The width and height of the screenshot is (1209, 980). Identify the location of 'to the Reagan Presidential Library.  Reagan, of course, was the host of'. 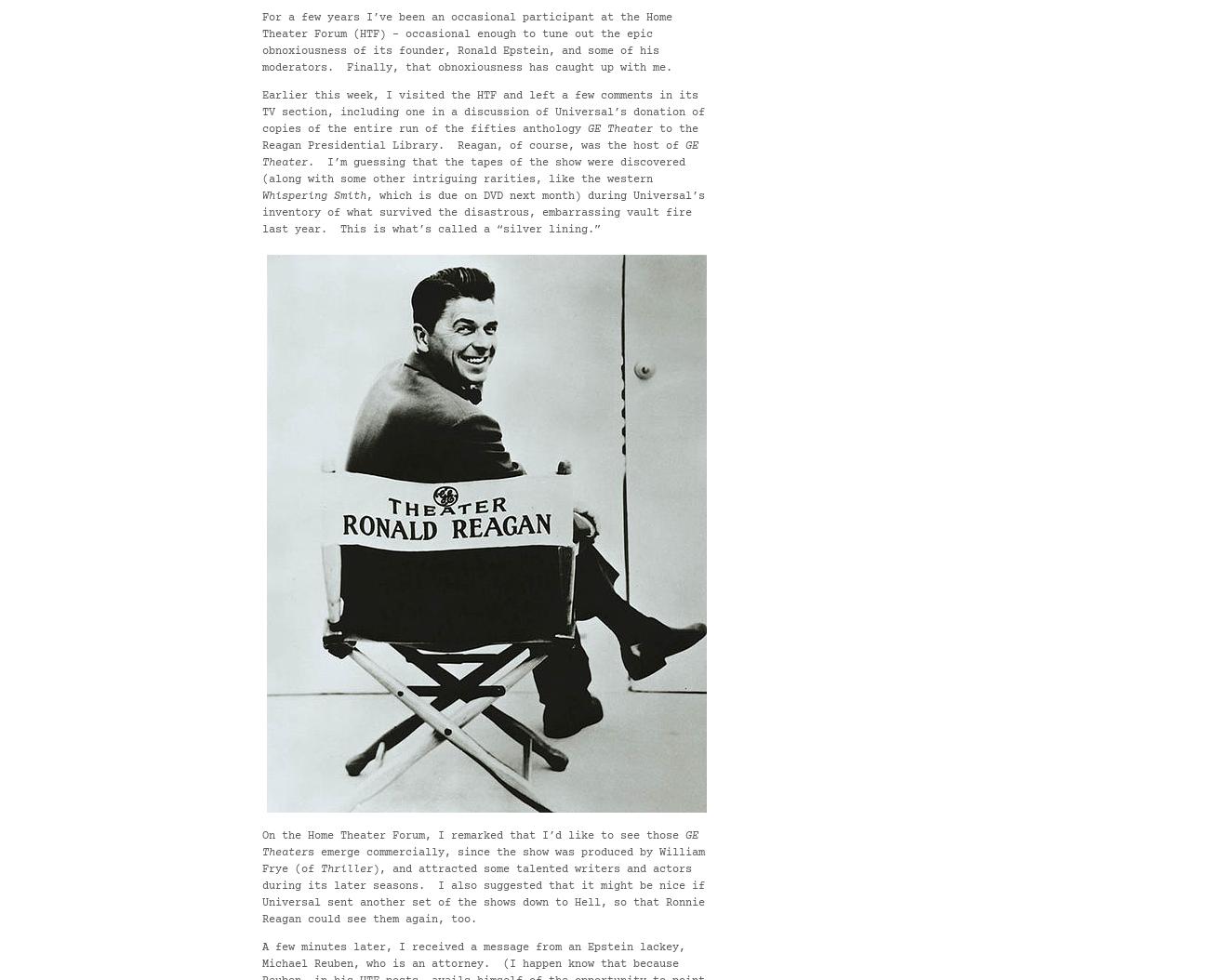
(480, 138).